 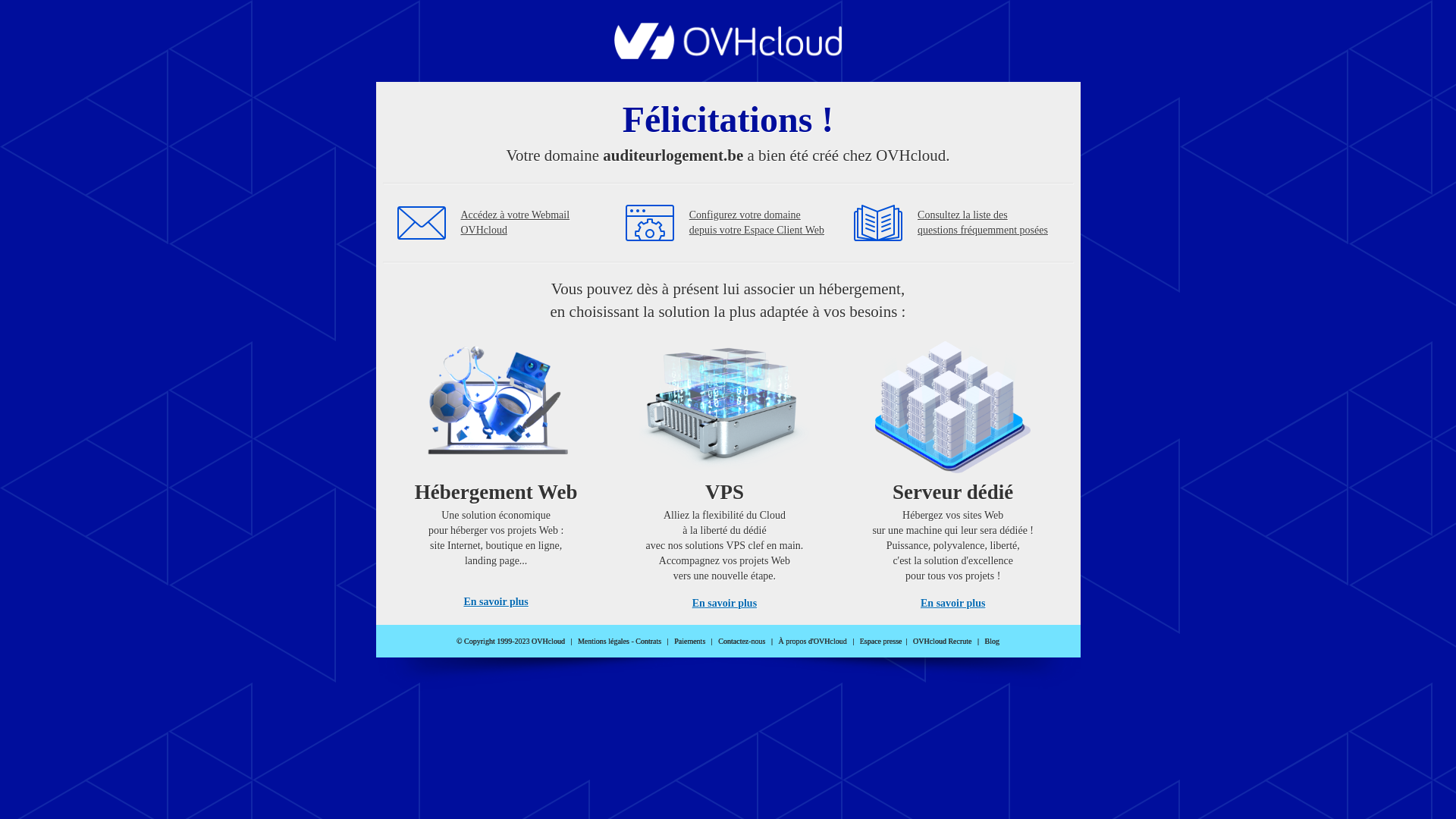 I want to click on 'Configurez votre domaine, so click(x=757, y=222).